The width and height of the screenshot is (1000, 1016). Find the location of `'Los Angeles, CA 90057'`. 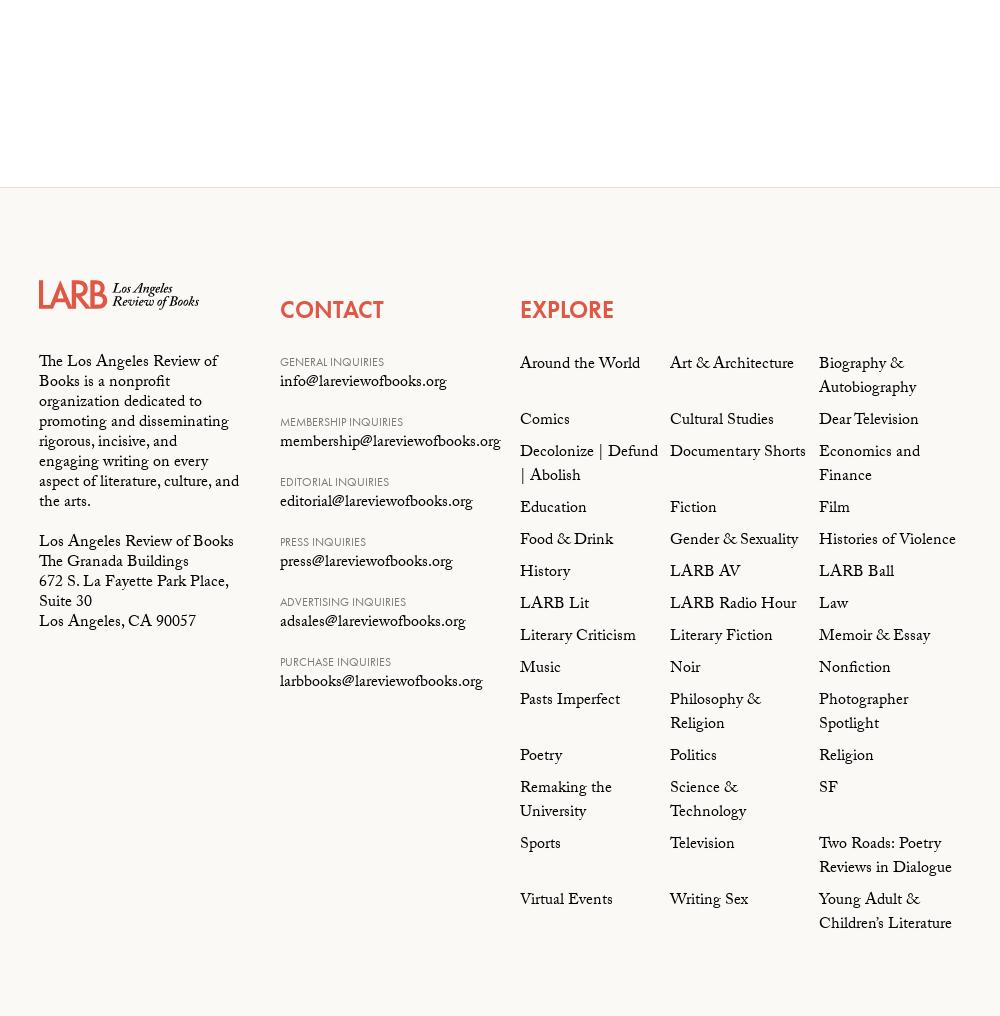

'Los Angeles, CA 90057' is located at coordinates (116, 623).